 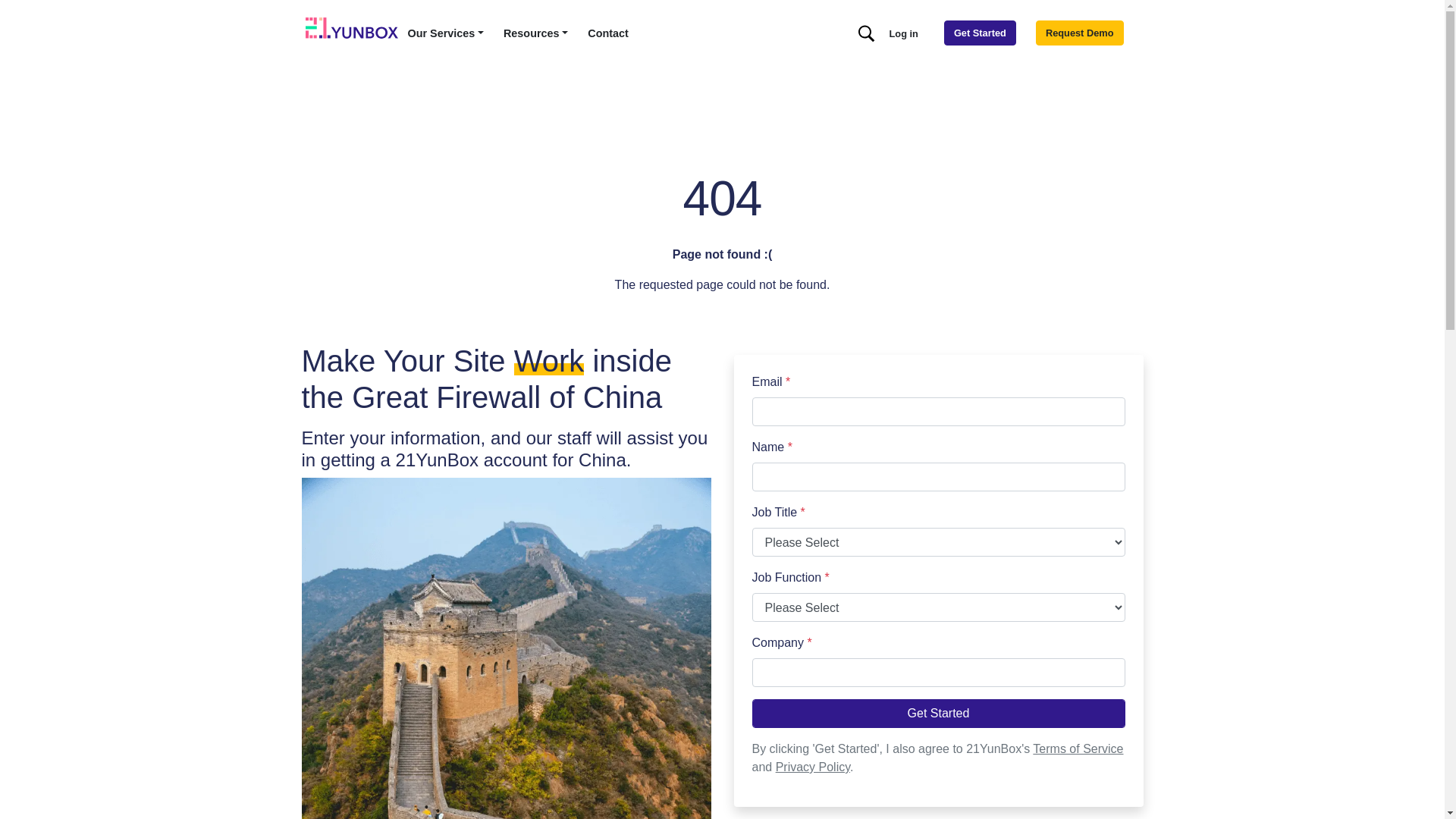 What do you see at coordinates (811, 767) in the screenshot?
I see `'Privacy Policy'` at bounding box center [811, 767].